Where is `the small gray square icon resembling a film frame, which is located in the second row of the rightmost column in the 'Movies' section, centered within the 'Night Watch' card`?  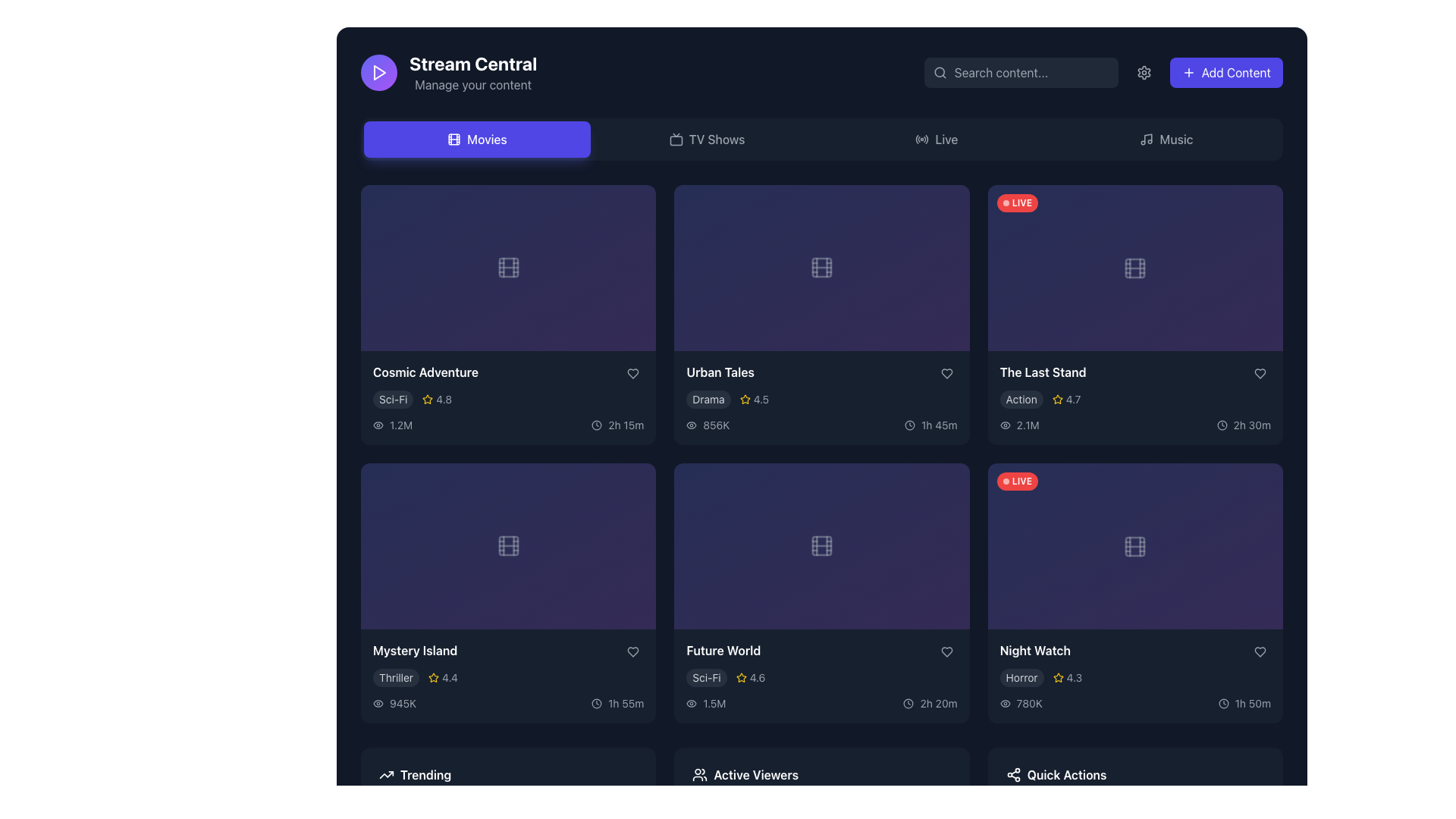
the small gray square icon resembling a film frame, which is located in the second row of the rightmost column in the 'Movies' section, centered within the 'Night Watch' card is located at coordinates (1135, 546).